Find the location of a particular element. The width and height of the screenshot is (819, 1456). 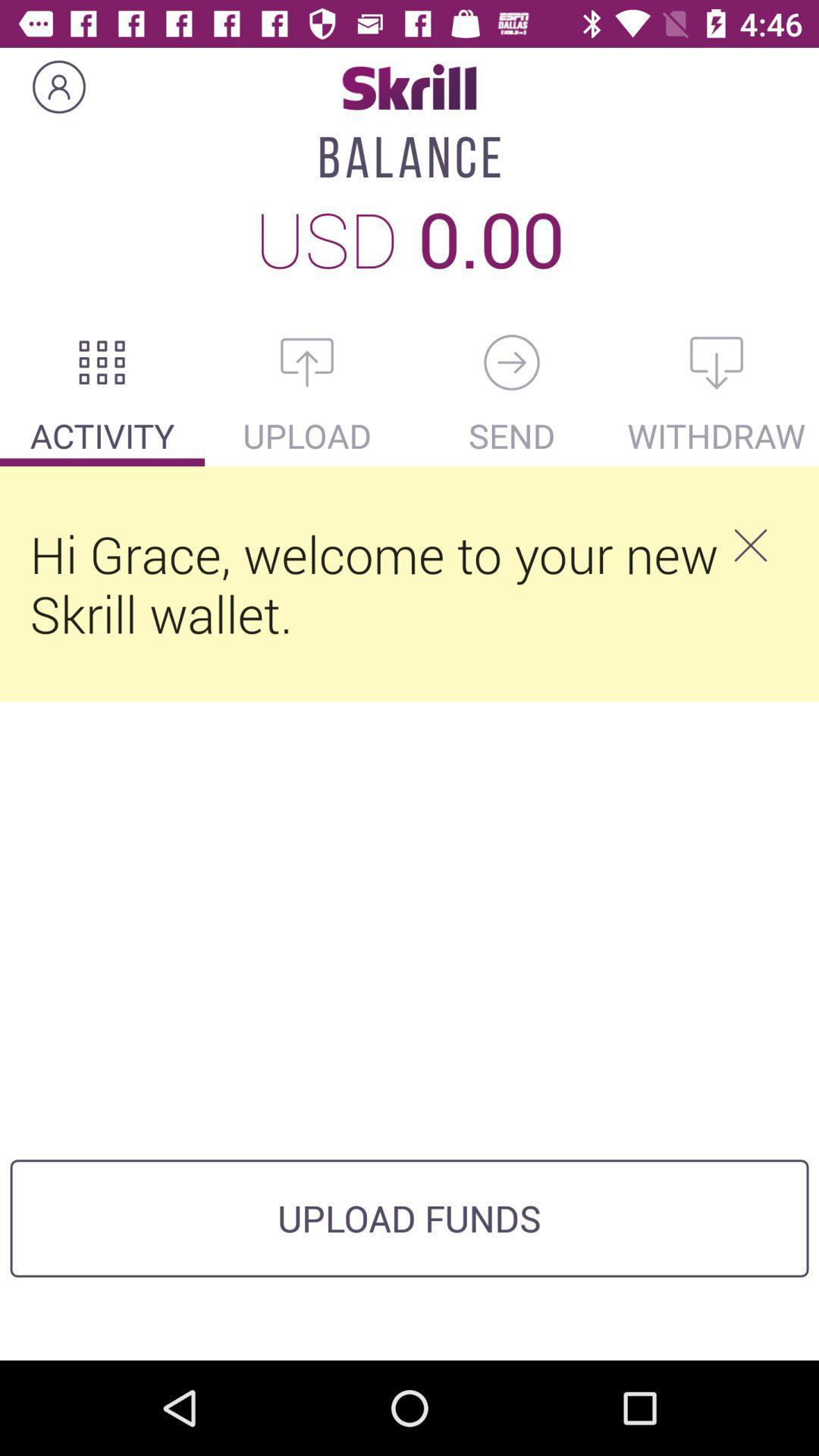

item above the activity is located at coordinates (102, 362).